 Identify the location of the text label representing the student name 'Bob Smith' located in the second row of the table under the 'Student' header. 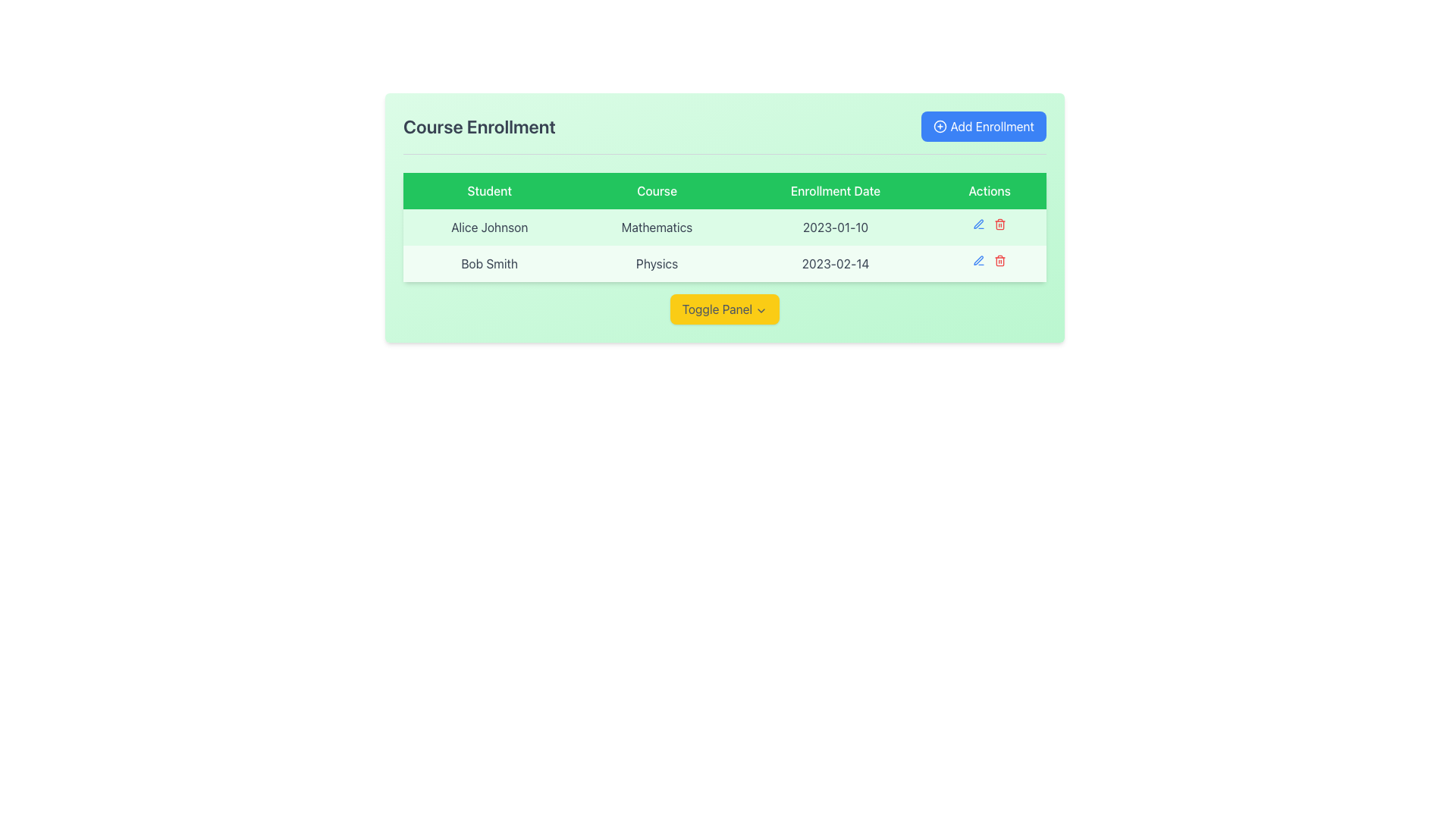
(489, 262).